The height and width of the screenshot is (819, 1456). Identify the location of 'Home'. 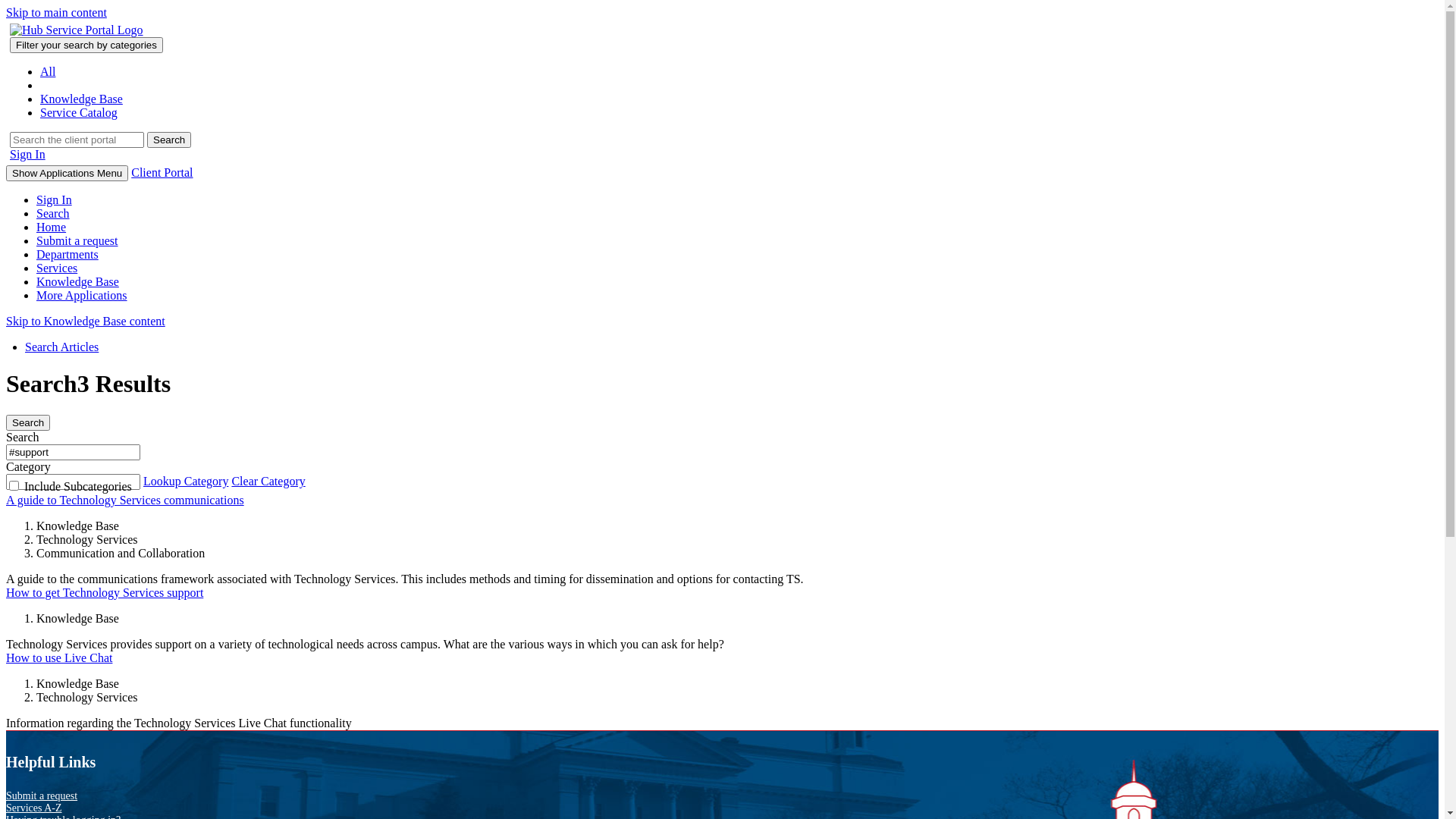
(51, 227).